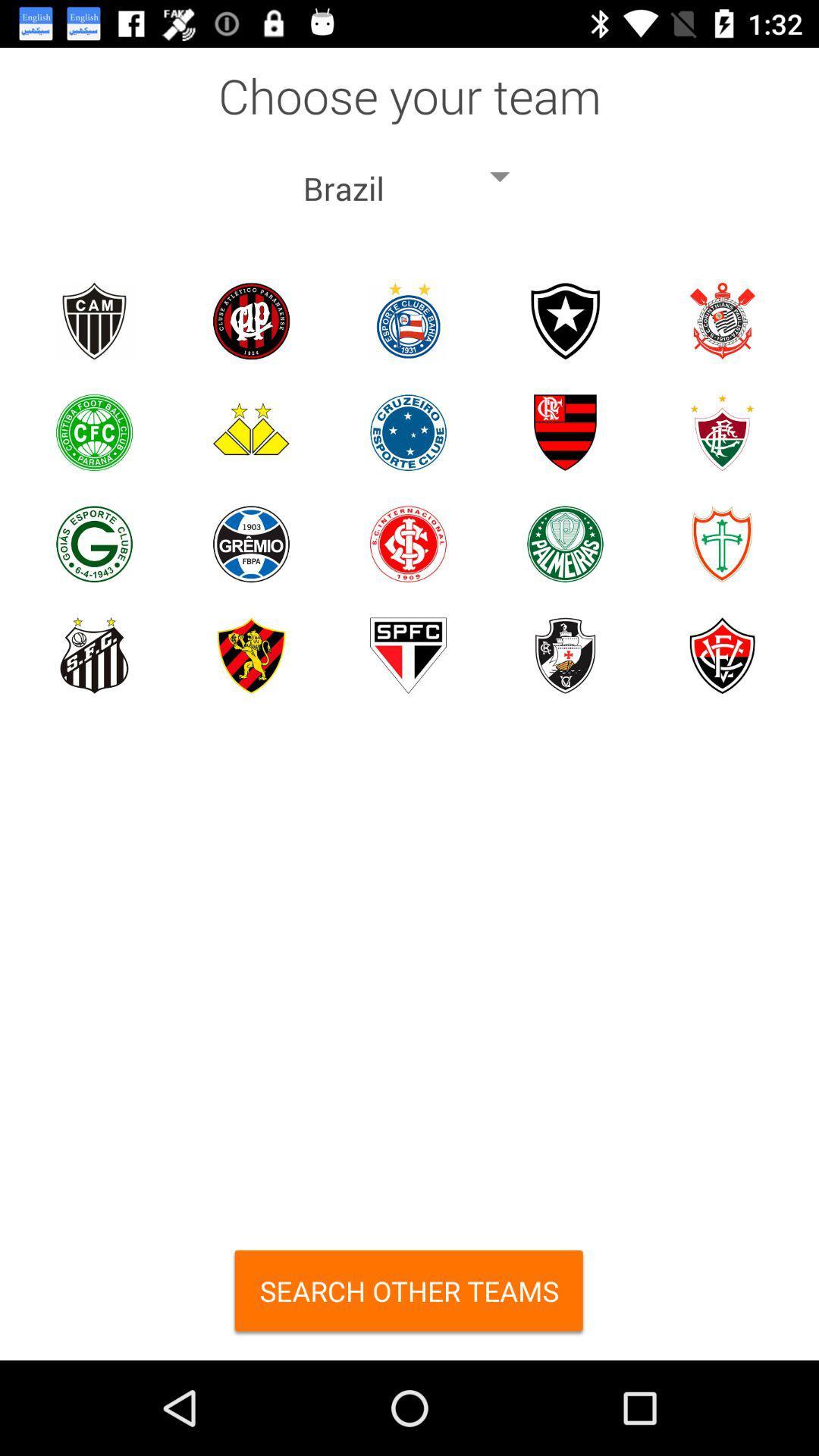  Describe the element at coordinates (721, 544) in the screenshot. I see `team icon` at that location.